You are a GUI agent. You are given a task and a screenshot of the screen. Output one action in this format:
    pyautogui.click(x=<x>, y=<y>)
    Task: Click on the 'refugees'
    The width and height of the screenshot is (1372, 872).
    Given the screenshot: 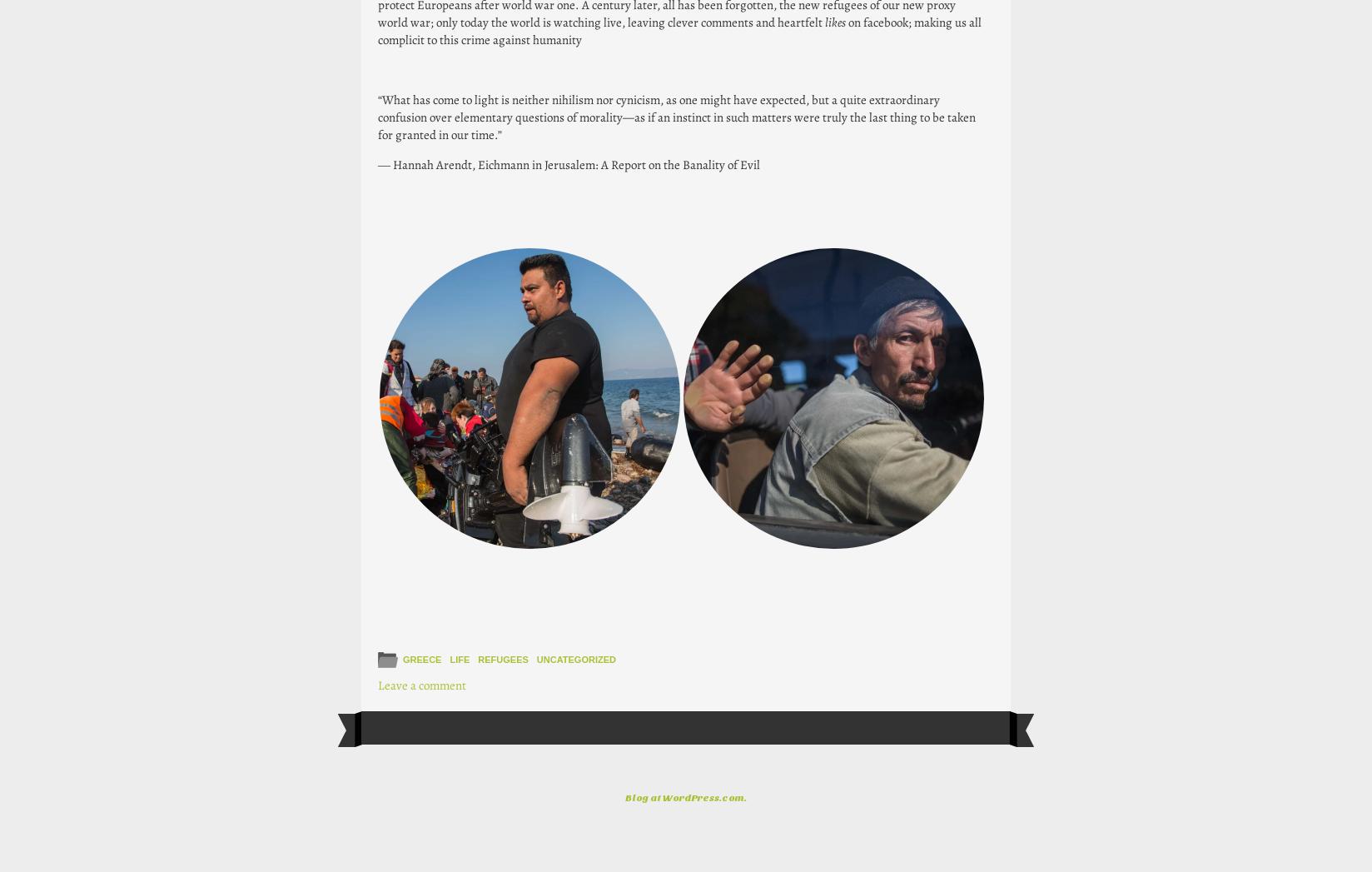 What is the action you would take?
    pyautogui.click(x=502, y=658)
    